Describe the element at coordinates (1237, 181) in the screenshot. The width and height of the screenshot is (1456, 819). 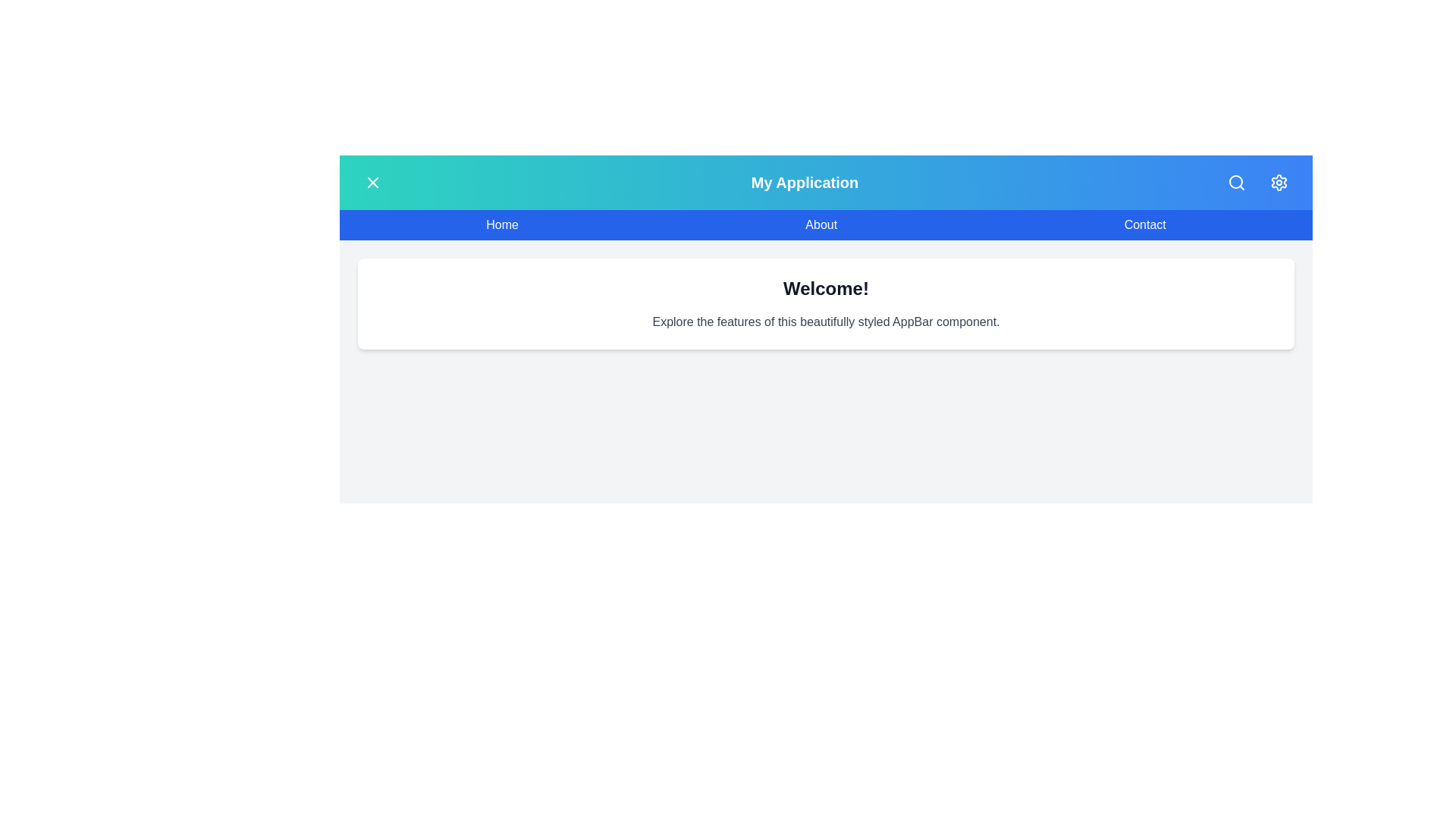
I see `the search icon button to initiate a search` at that location.